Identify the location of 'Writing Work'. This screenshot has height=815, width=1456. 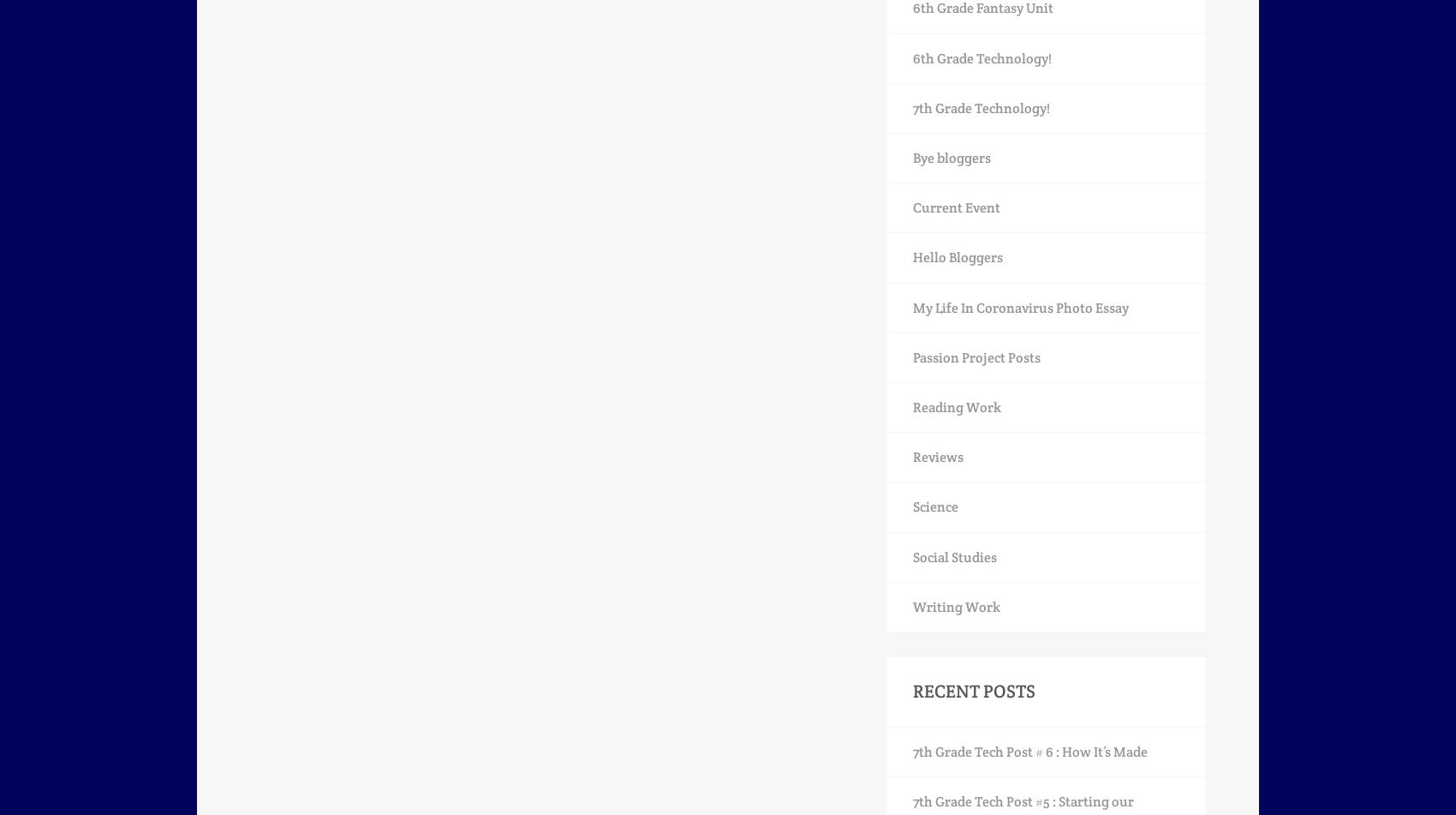
(957, 605).